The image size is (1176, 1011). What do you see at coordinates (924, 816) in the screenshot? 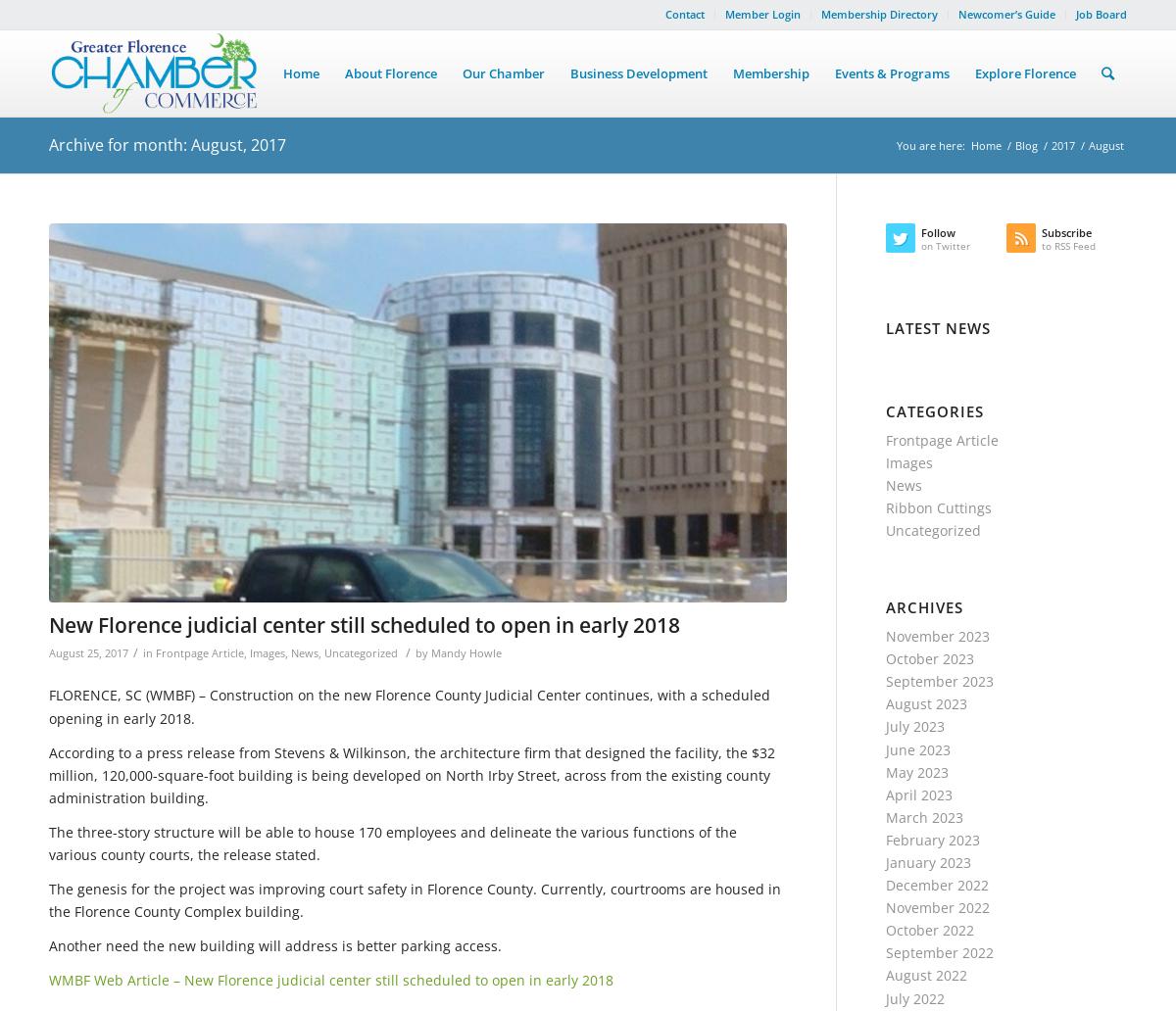
I see `'March 2023'` at bounding box center [924, 816].